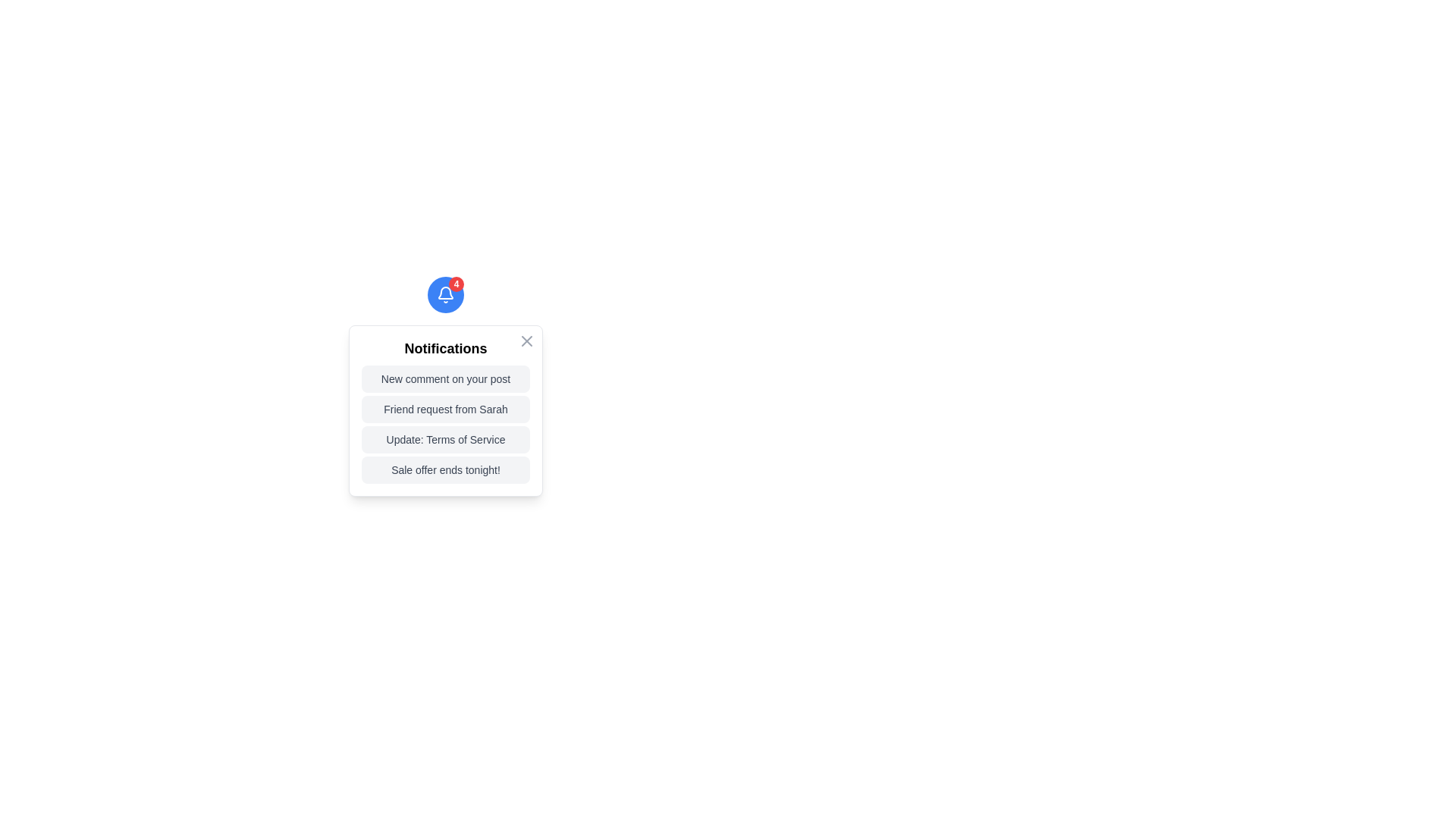  I want to click on notifications from the Notification Popup that appears as a rectangular popup with a white background and a header labeled 'Notifications', so click(445, 411).